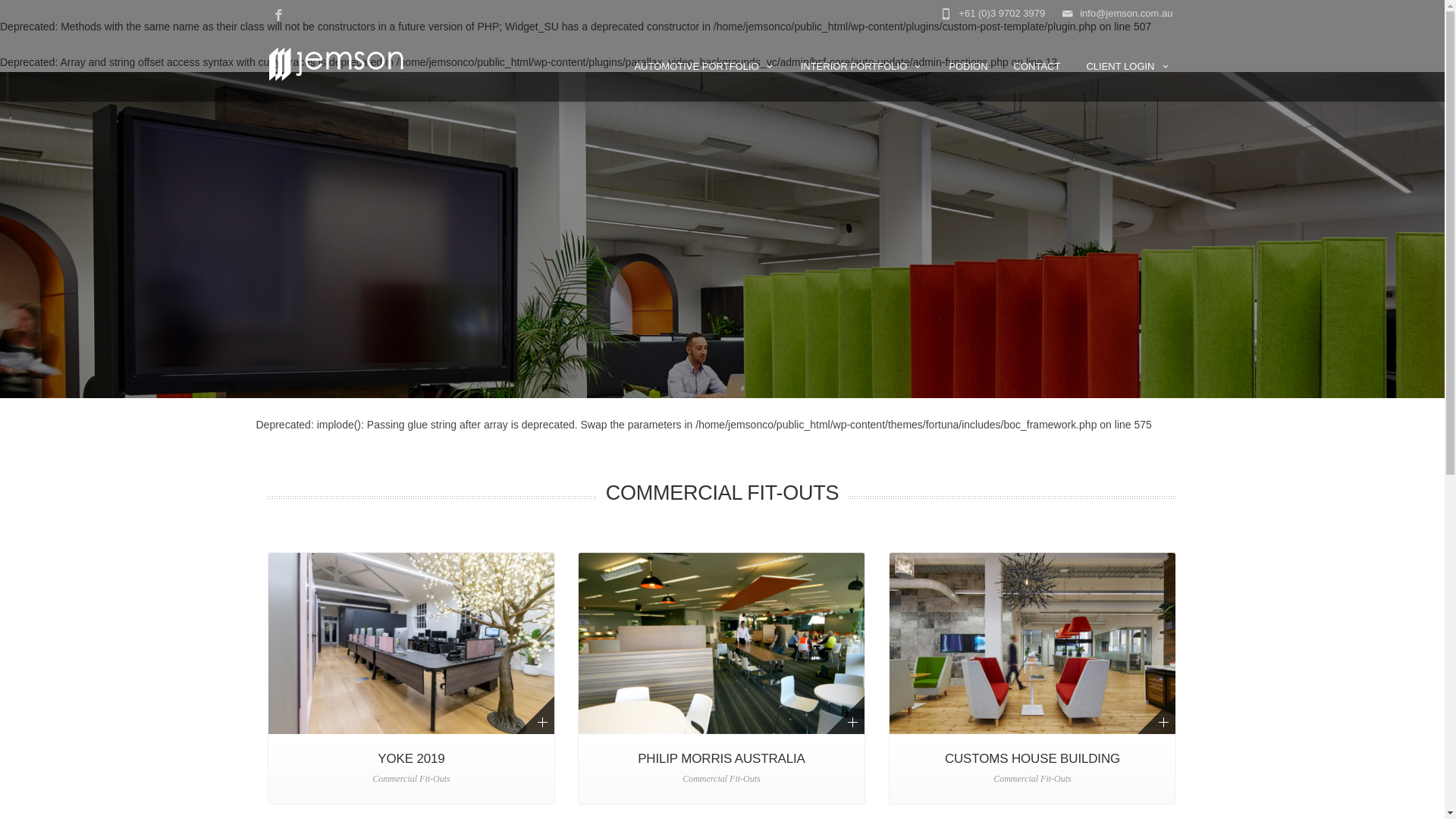 The width and height of the screenshot is (1456, 819). I want to click on 'CLIENT LOGIN', so click(1072, 64).